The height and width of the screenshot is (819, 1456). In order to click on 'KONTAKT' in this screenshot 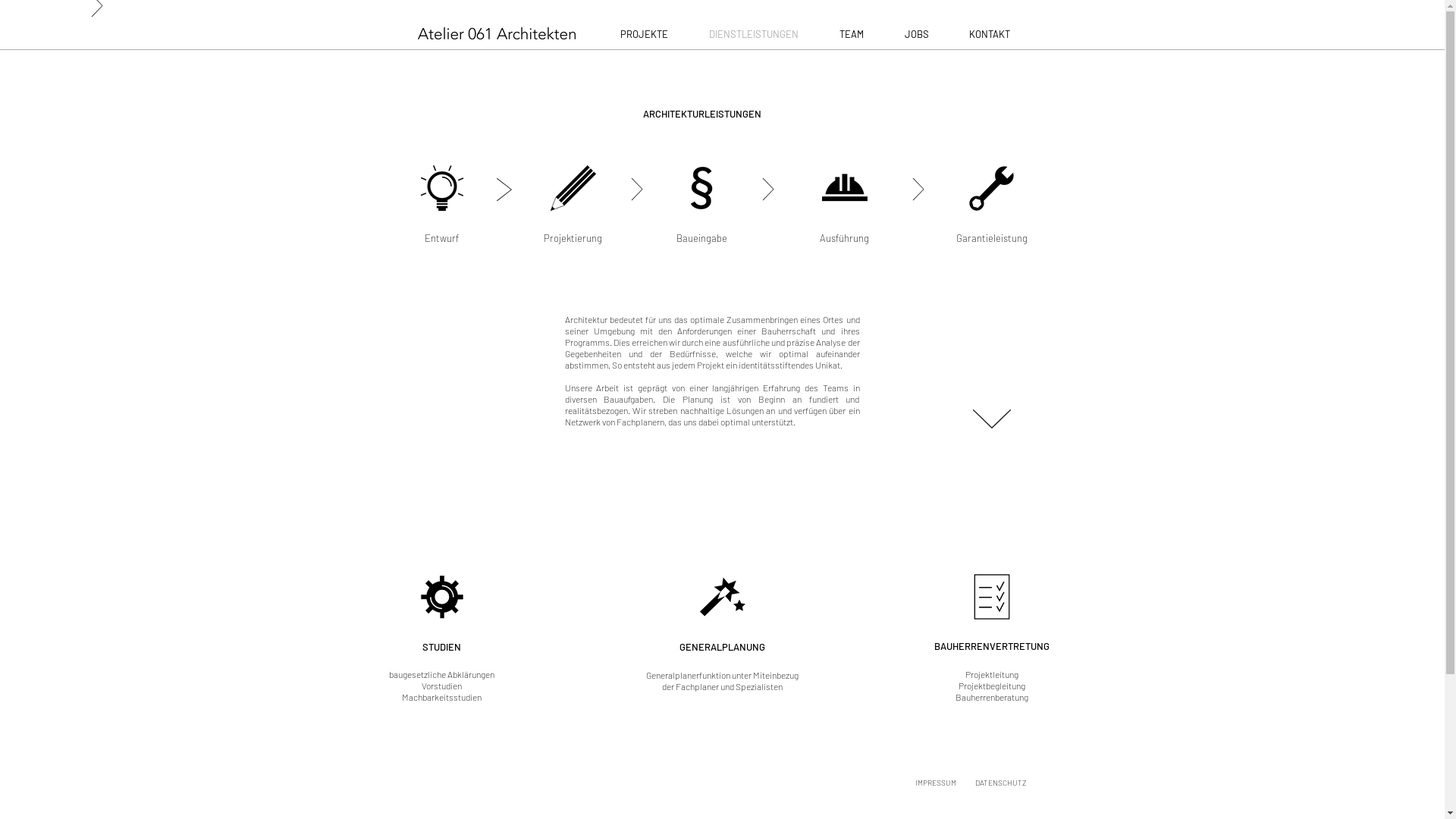, I will do `click(990, 34)`.